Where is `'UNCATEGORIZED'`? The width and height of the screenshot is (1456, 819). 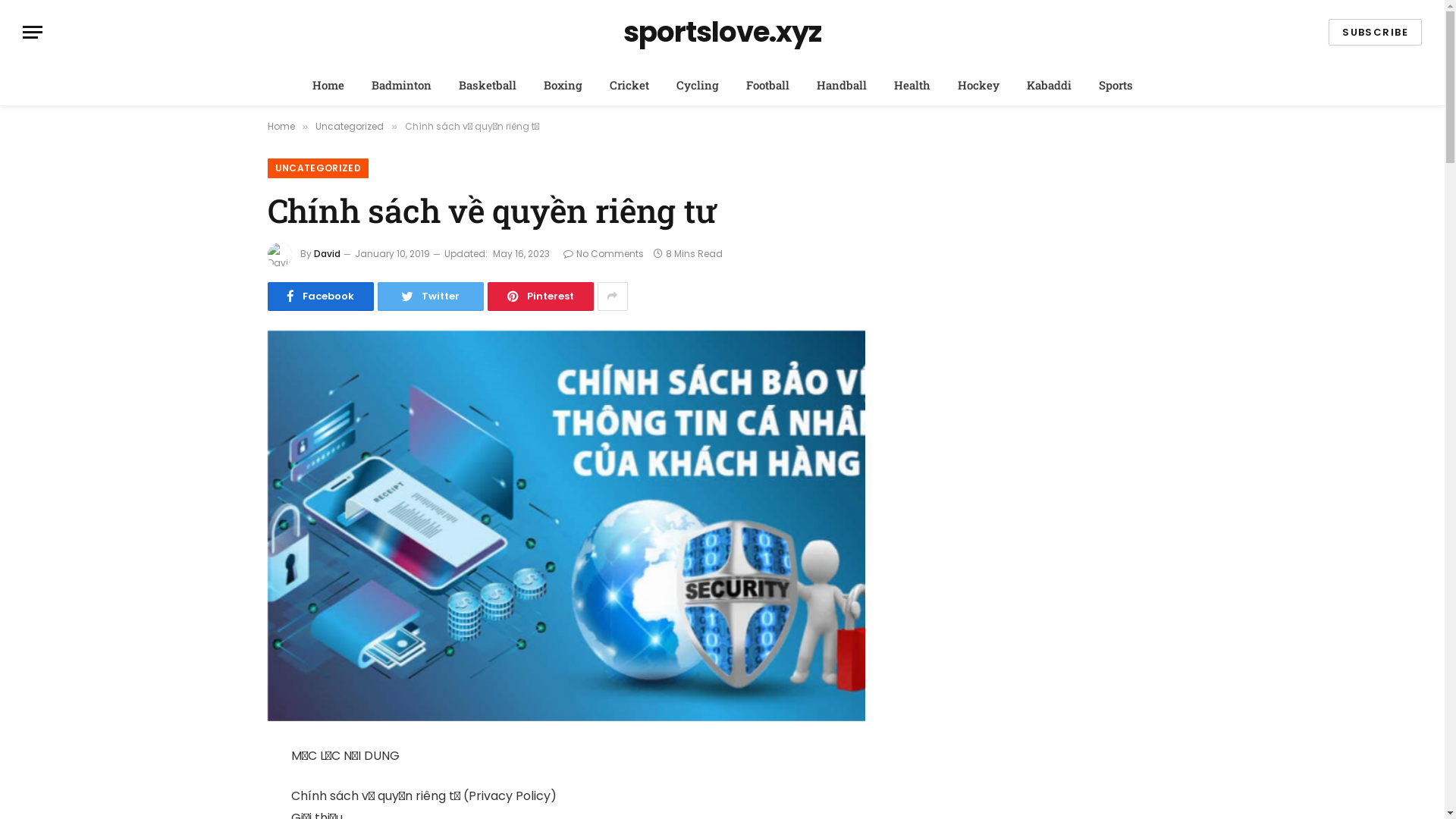 'UNCATEGORIZED' is located at coordinates (316, 168).